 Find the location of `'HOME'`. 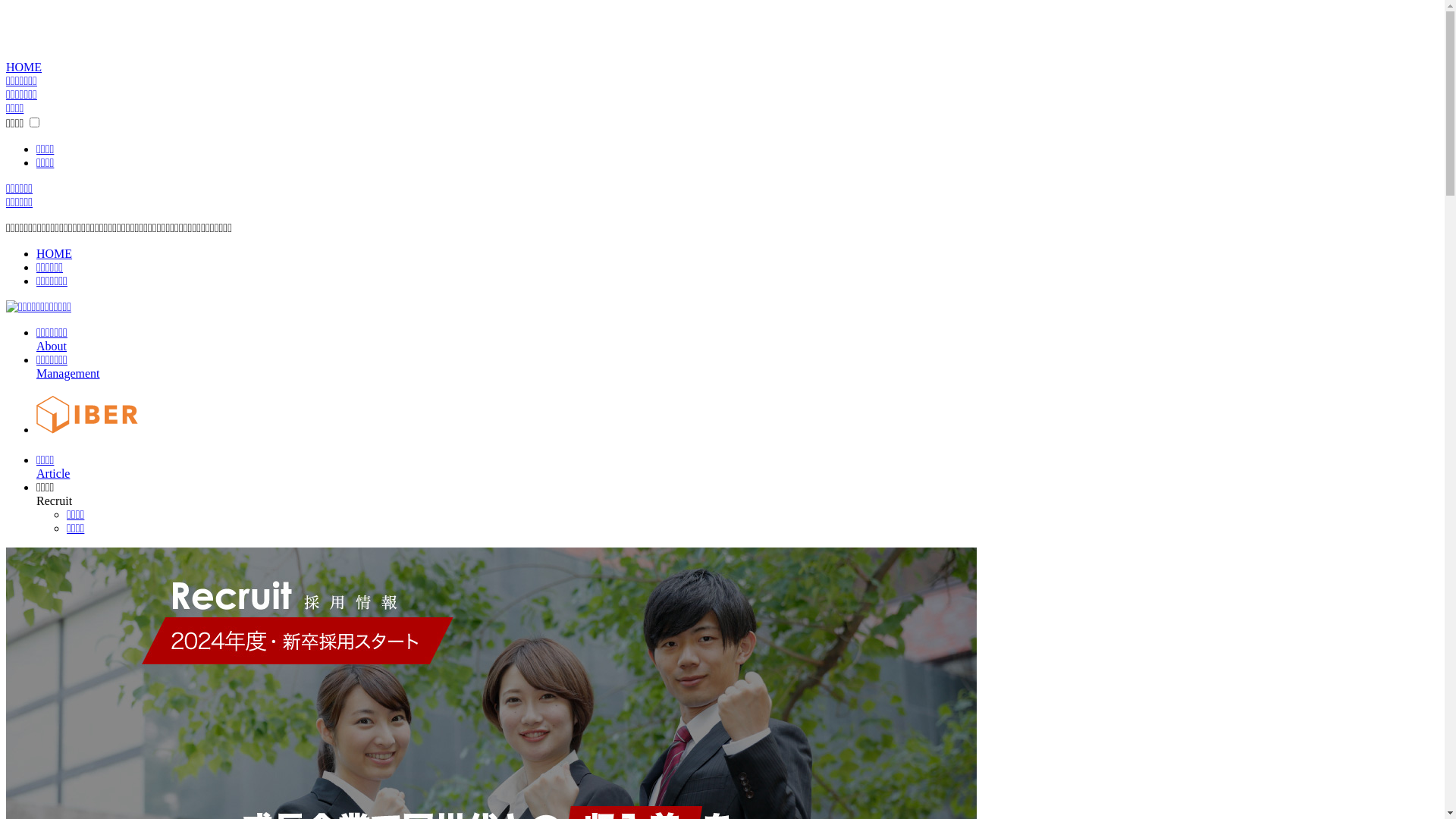

'HOME' is located at coordinates (24, 66).